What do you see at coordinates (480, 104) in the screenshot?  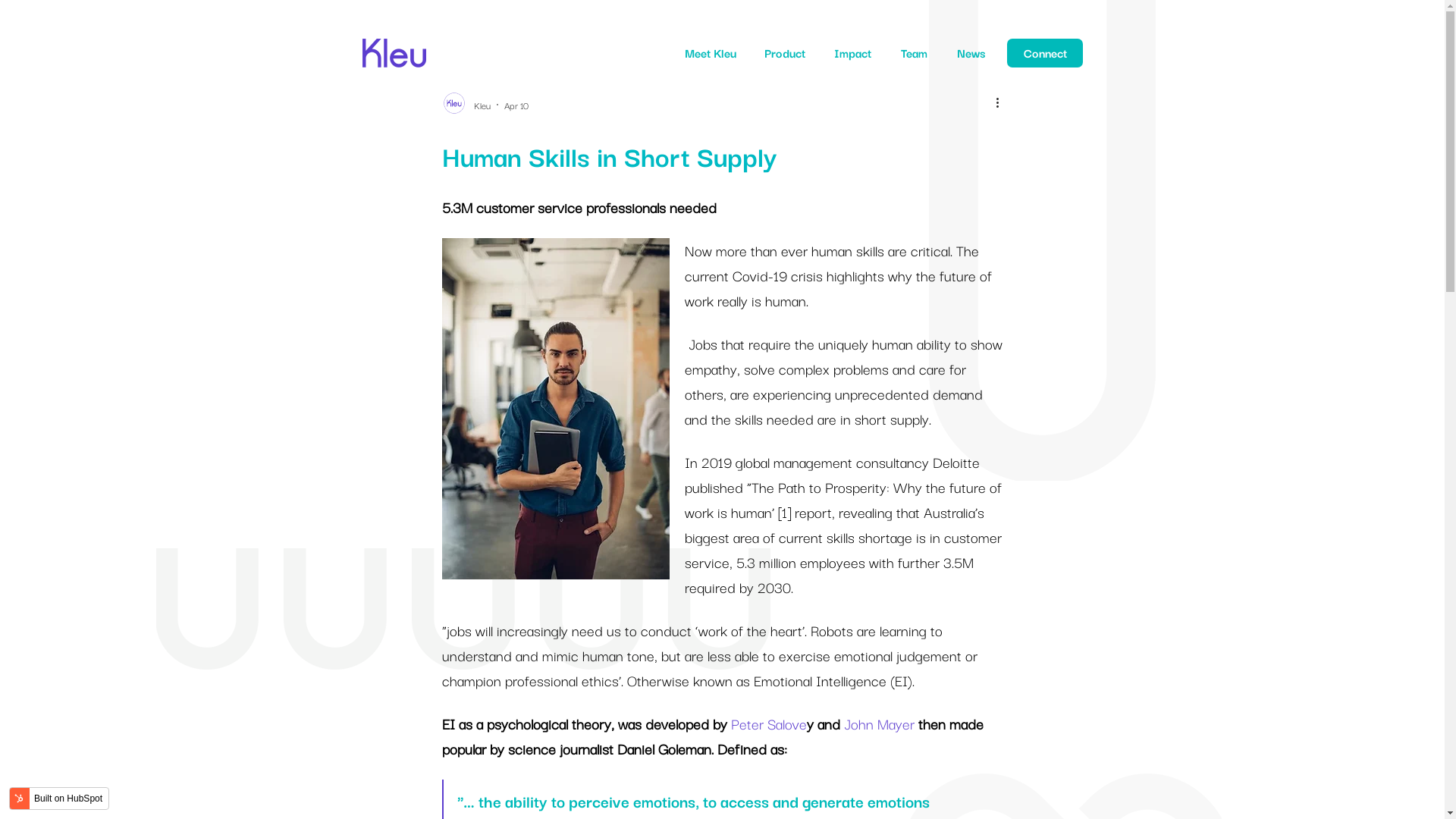 I see `'Kleu'` at bounding box center [480, 104].